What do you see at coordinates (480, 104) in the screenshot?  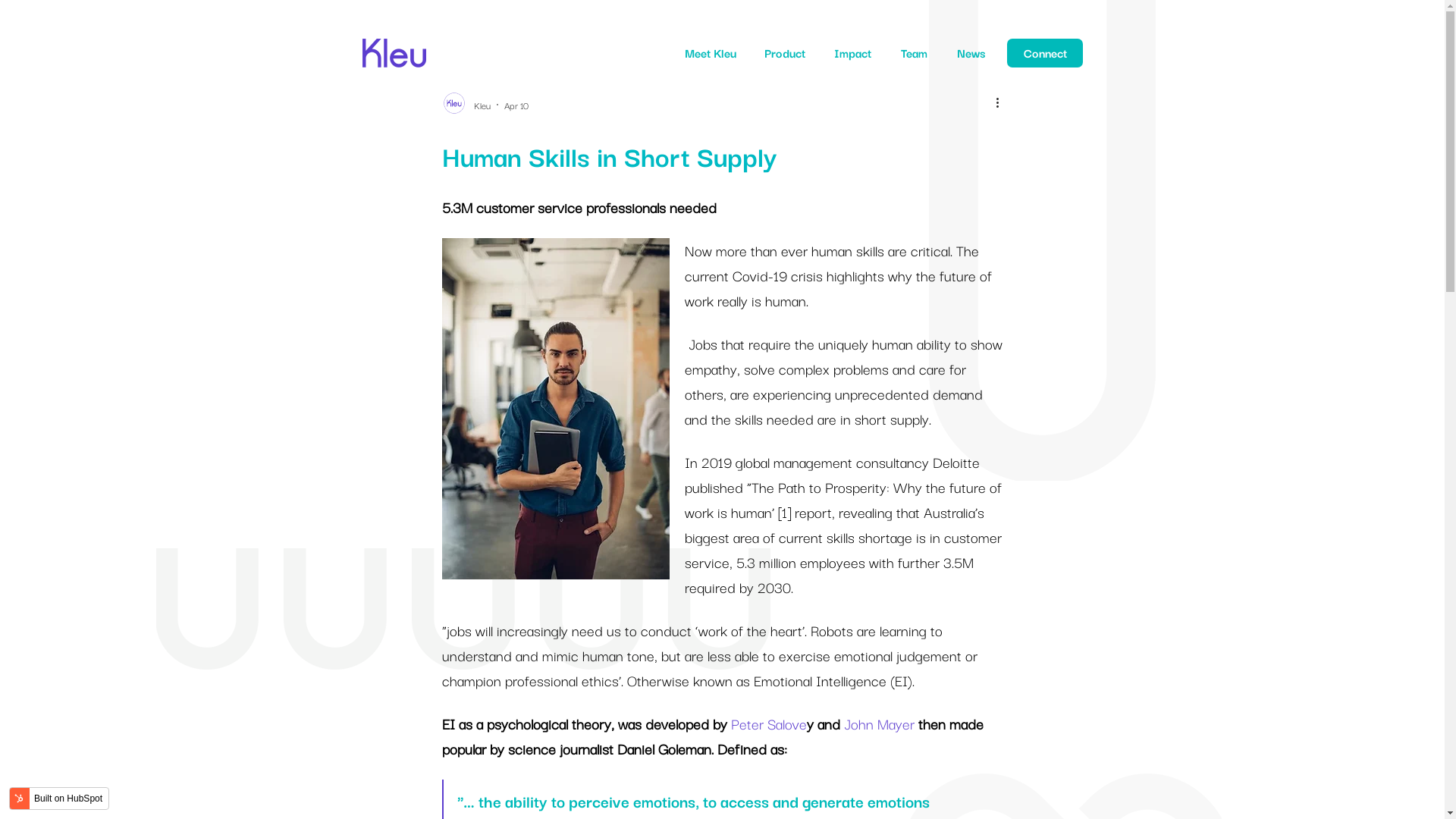 I see `'Kleu'` at bounding box center [480, 104].